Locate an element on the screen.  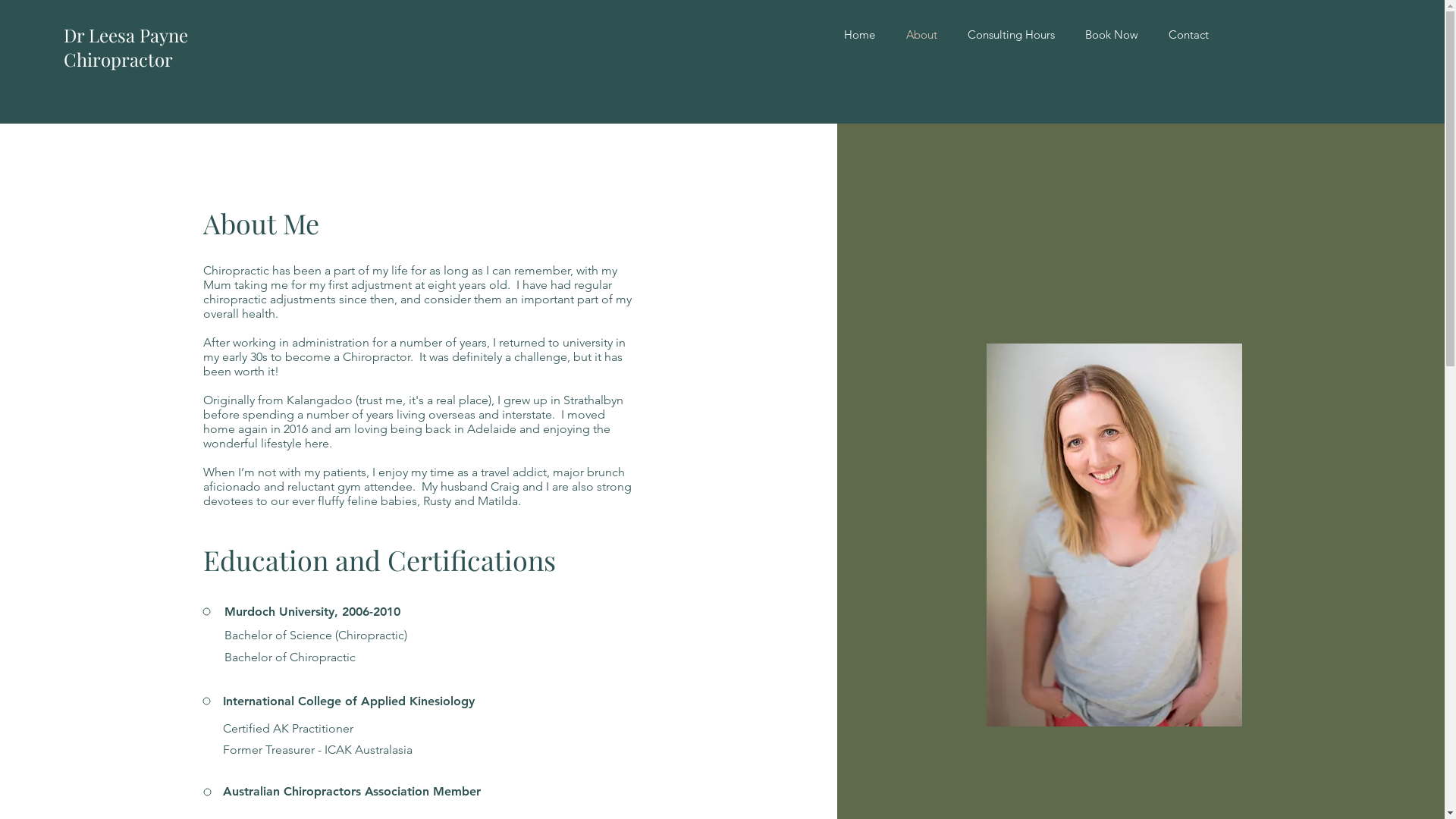
'Consulting Hours' is located at coordinates (1011, 34).